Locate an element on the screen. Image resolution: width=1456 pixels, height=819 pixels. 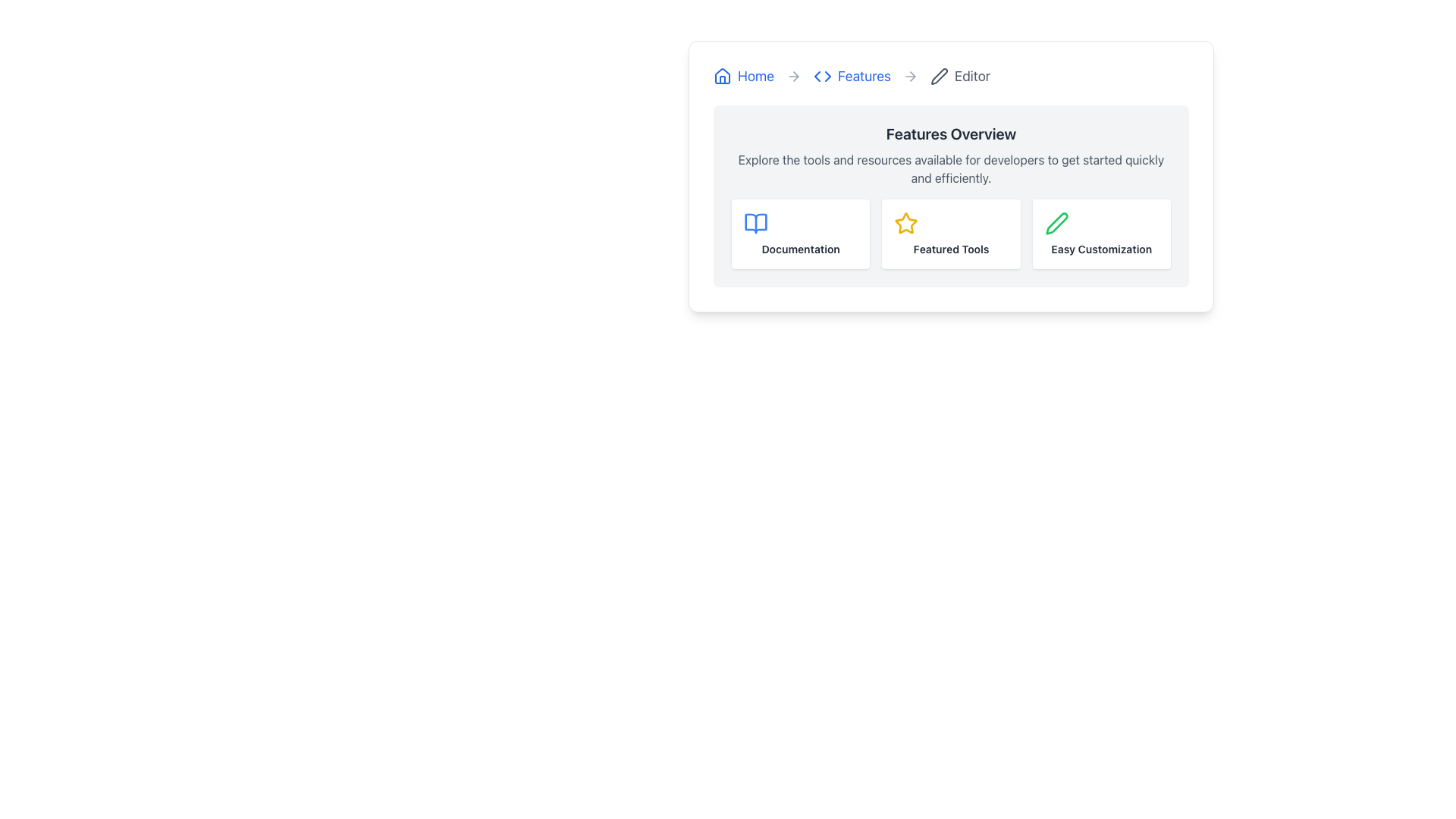
the 'Home' link in the breadcrumb navigation bar is located at coordinates (743, 76).